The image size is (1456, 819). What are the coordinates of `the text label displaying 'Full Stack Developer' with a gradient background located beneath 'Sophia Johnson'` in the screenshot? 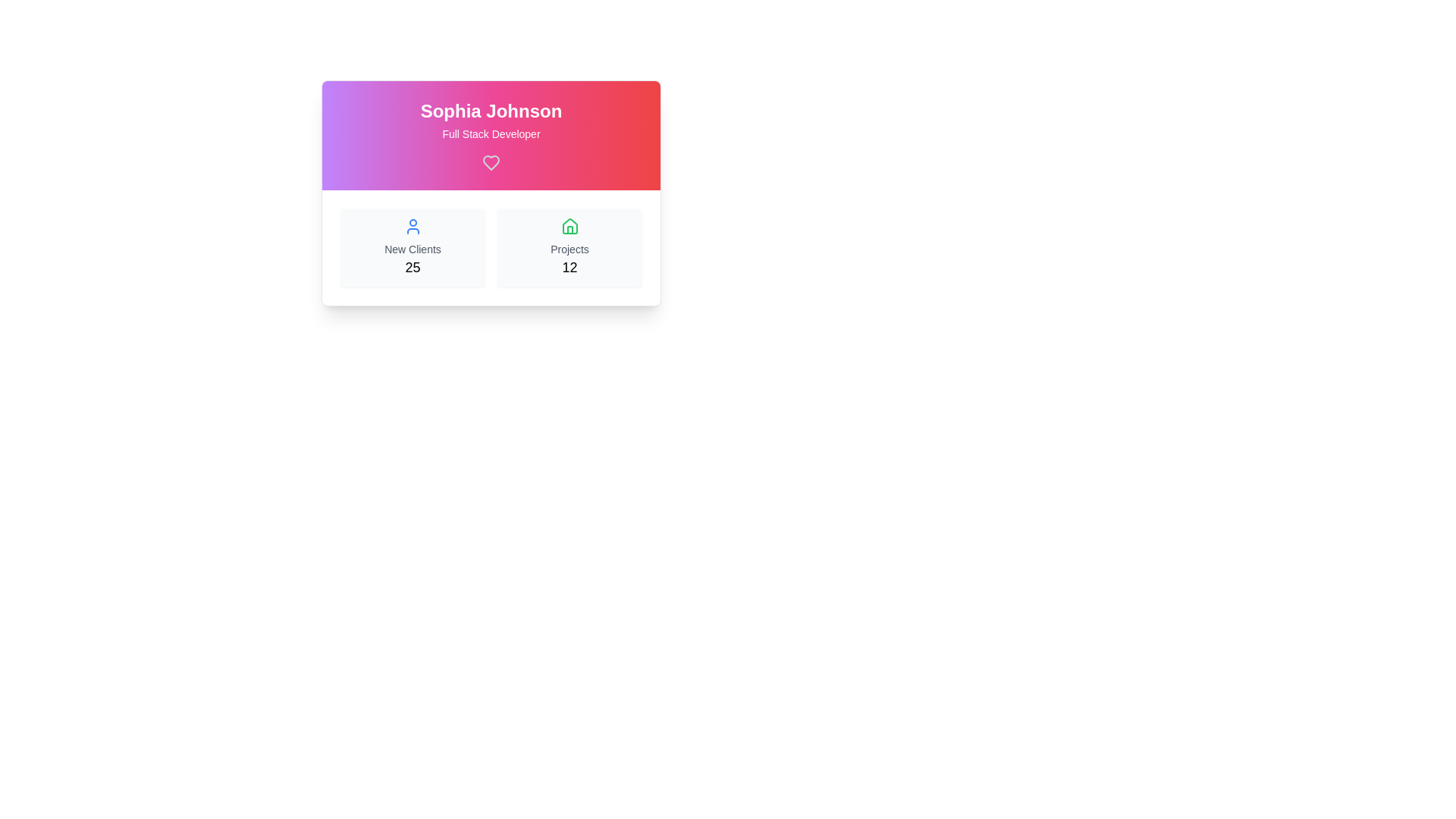 It's located at (491, 133).